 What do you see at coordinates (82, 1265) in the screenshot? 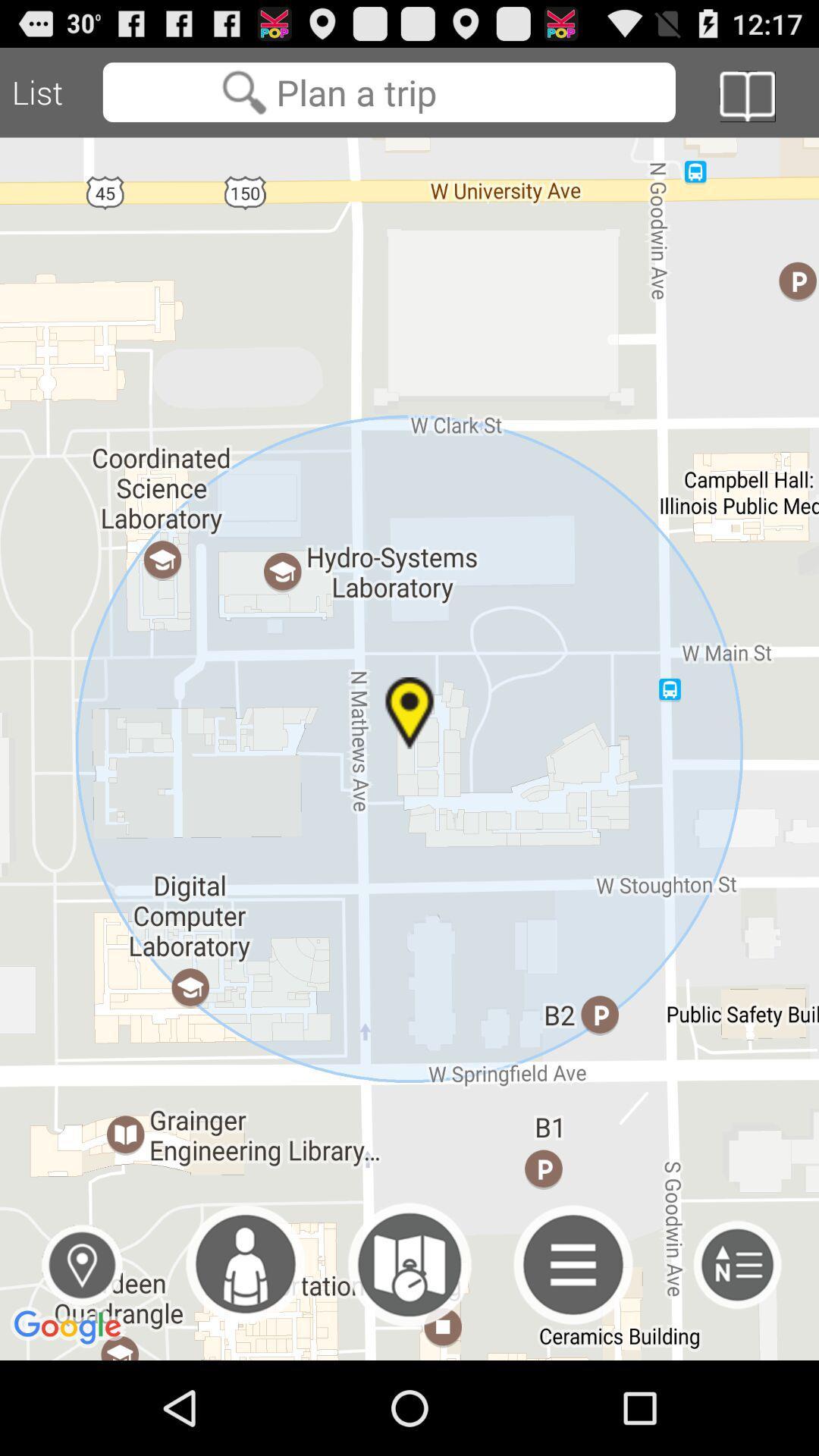
I see `app below list icon` at bounding box center [82, 1265].